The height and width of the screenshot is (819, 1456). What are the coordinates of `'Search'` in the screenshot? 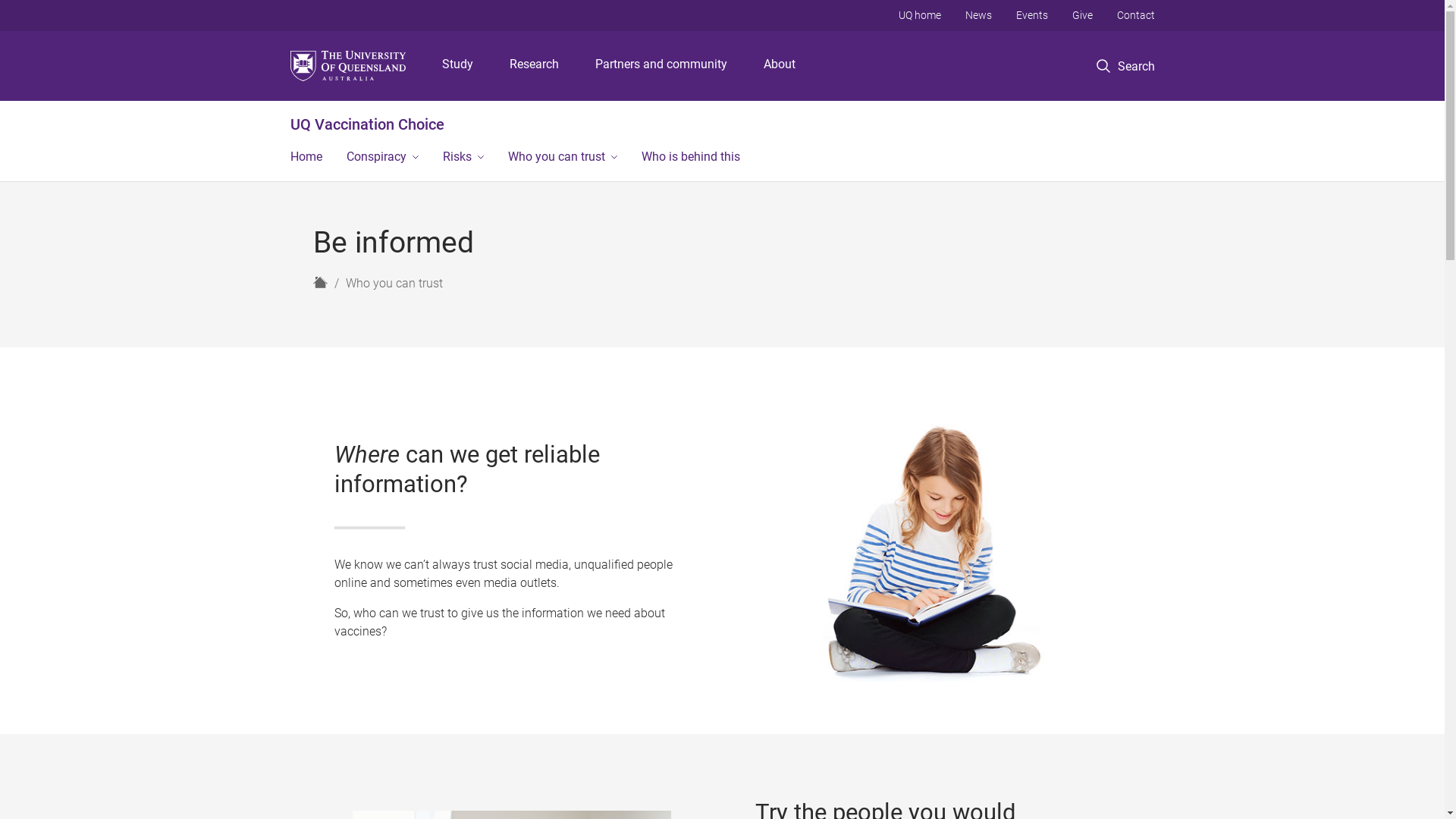 It's located at (1125, 65).